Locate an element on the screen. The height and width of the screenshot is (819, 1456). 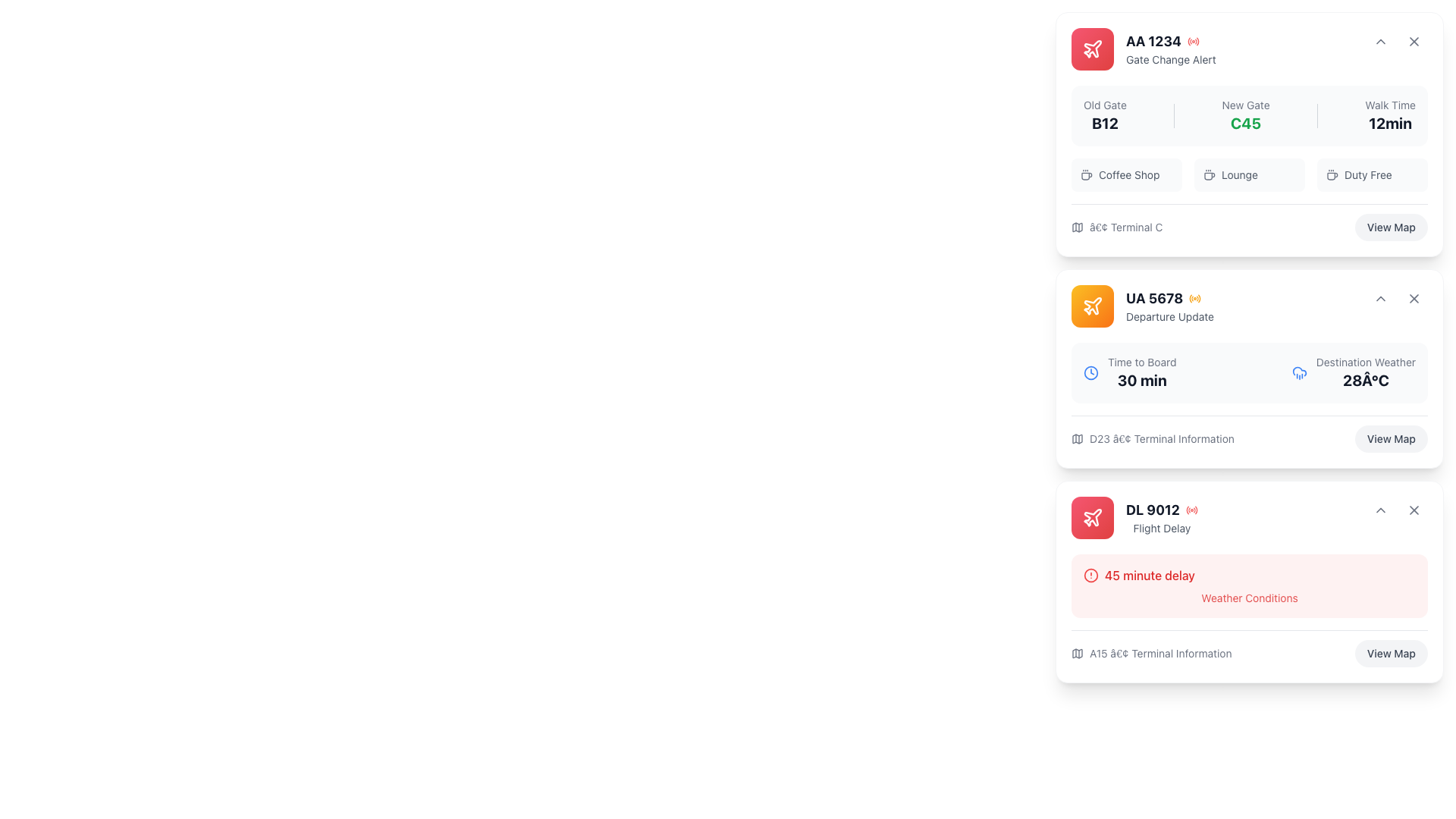
the 'Duty Free' label located in the top section of the card labeled 'AA 1234 - Gate Change Alert', which is the third item in a row of three options, positioned to the right of 'Lounge' and 'Coffee Shop' is located at coordinates (1372, 174).